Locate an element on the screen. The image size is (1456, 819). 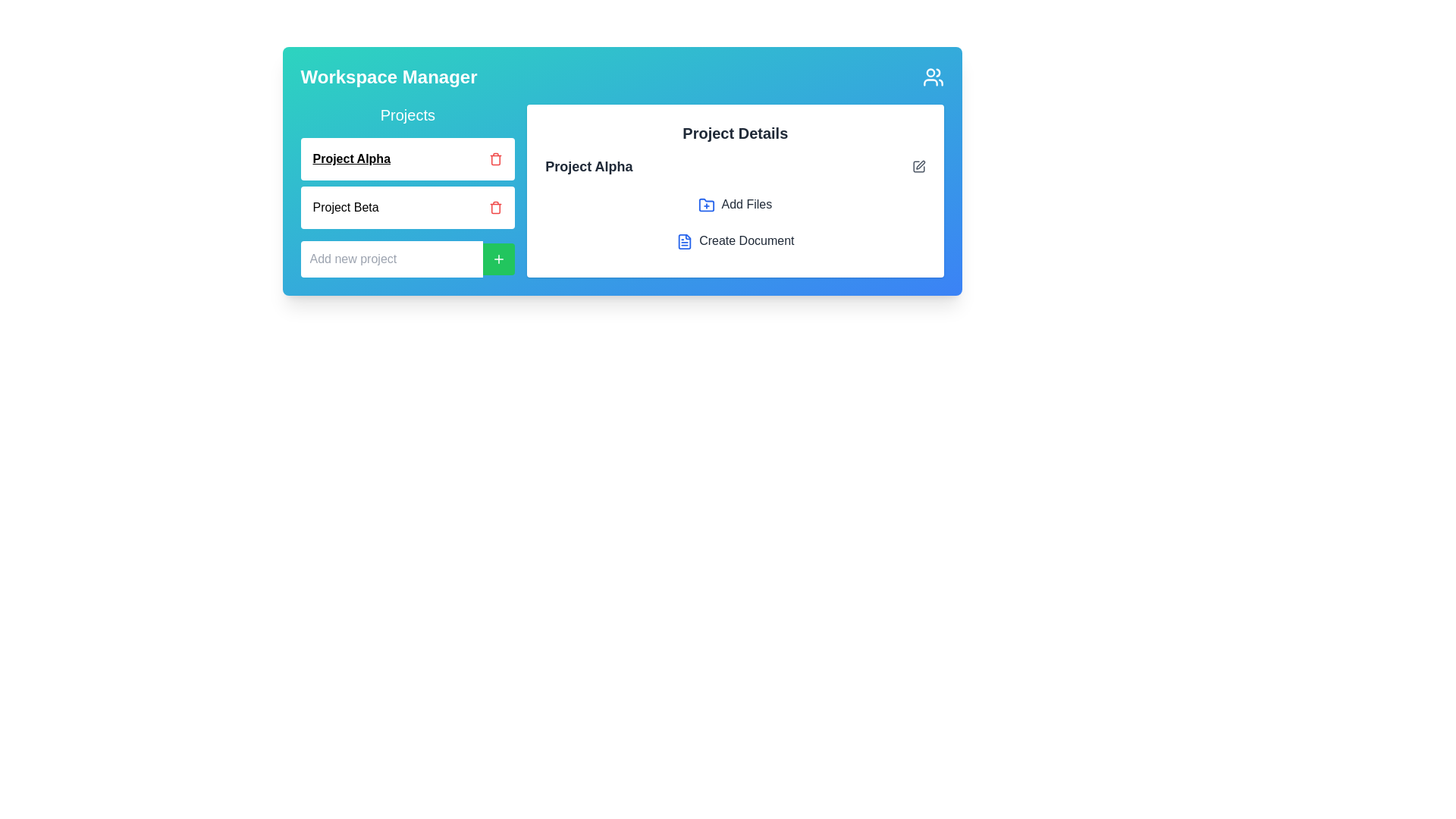
the 'Workspace Manager' text label element, which is styled in bold and larger font against a blue-green gradient background is located at coordinates (389, 77).